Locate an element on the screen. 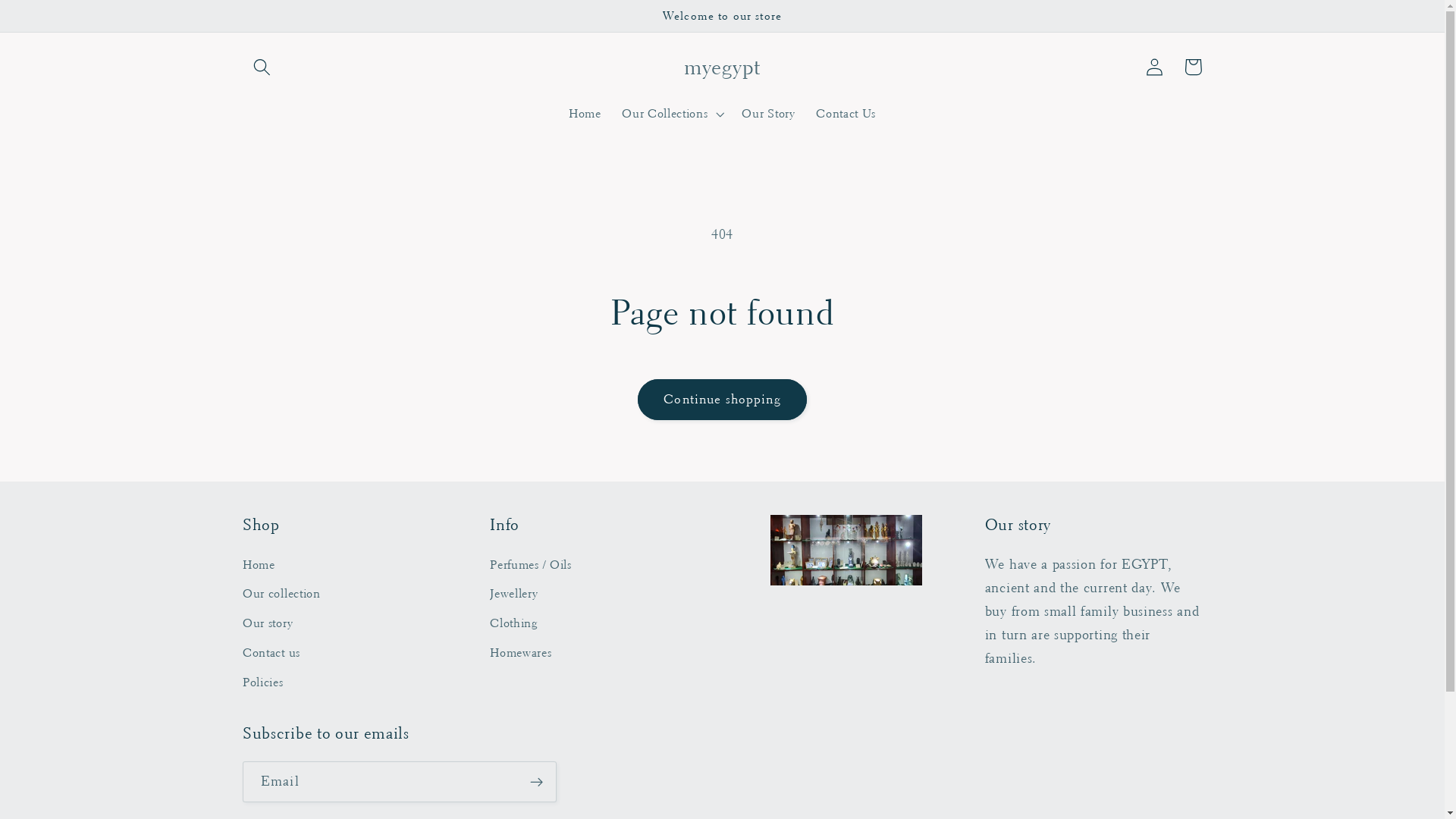 This screenshot has height=819, width=1456. 'Log in' is located at coordinates (1135, 66).